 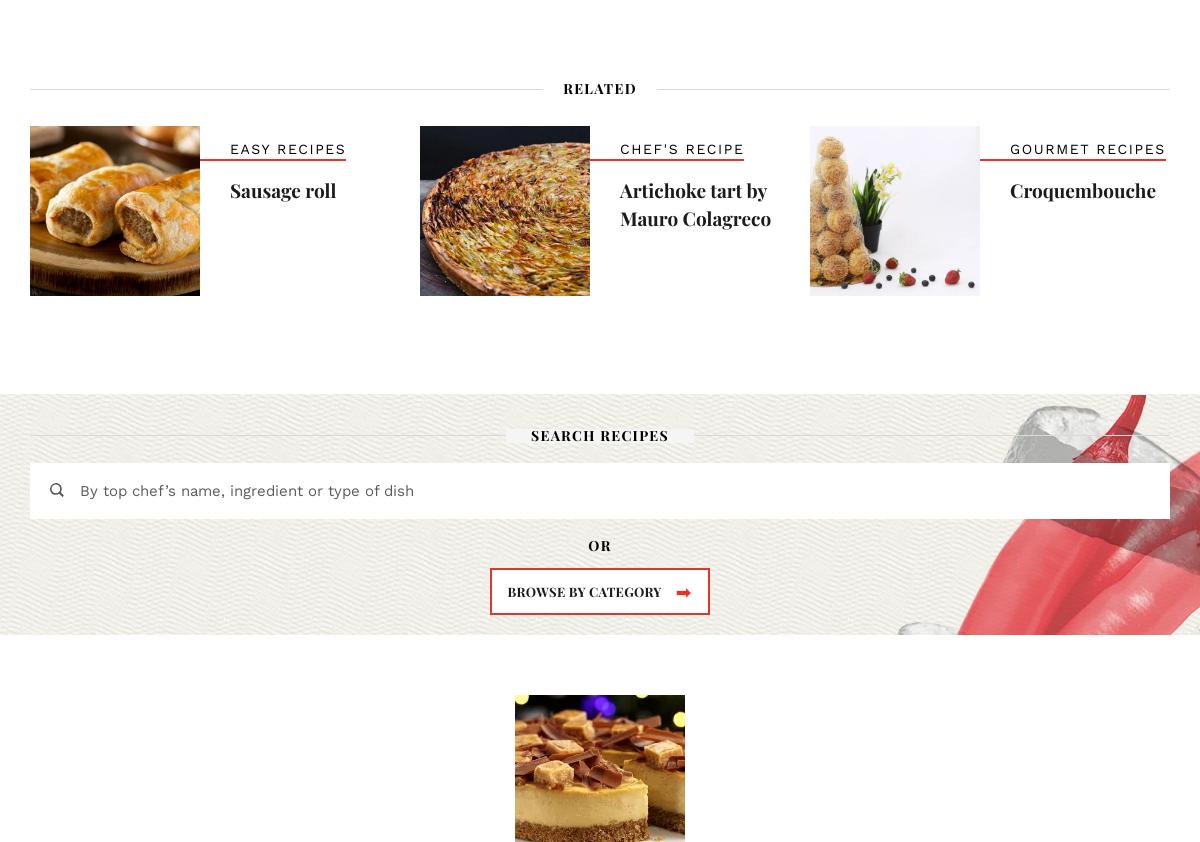 What do you see at coordinates (620, 202) in the screenshot?
I see `'Artichoke tart by Mauro Colagreco'` at bounding box center [620, 202].